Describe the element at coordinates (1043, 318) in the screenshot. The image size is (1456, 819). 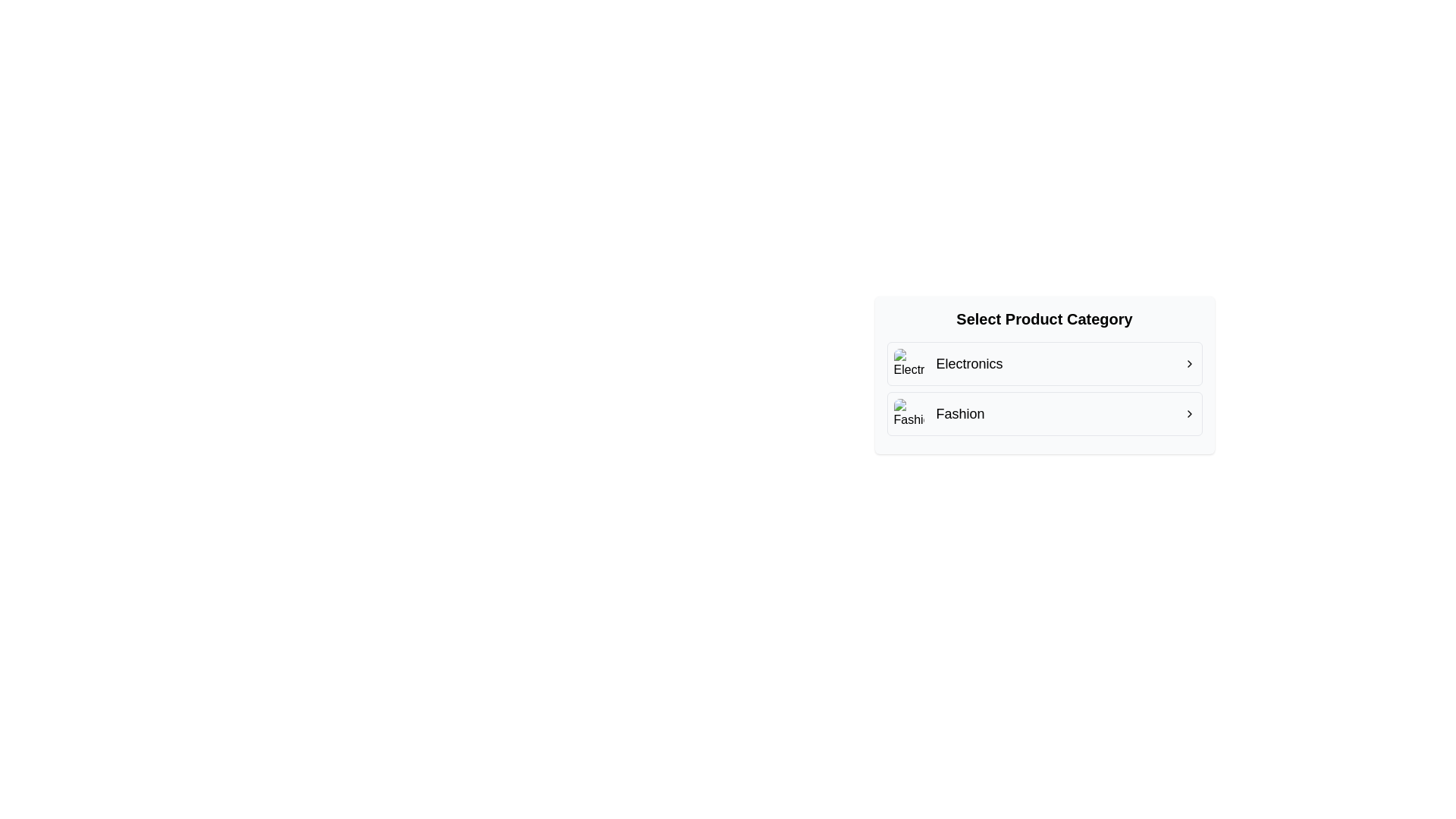
I see `the text label 'Select Product Category', which is a bold, centrally aligned header above the options 'Electronics' and 'Fashion'` at that location.